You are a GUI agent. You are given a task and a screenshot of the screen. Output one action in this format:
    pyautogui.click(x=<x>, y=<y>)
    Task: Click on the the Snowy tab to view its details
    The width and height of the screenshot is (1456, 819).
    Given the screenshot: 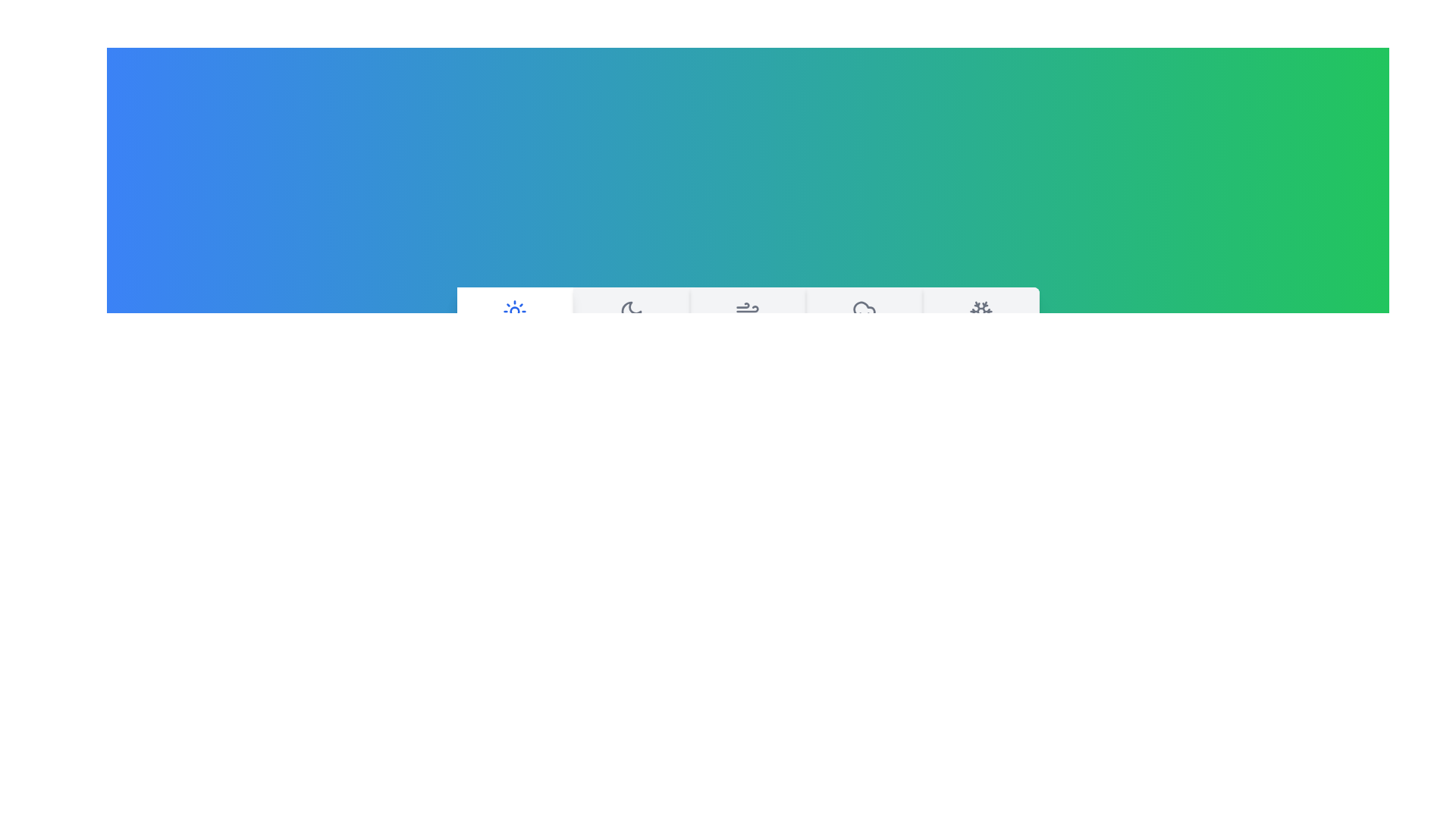 What is the action you would take?
    pyautogui.click(x=981, y=326)
    